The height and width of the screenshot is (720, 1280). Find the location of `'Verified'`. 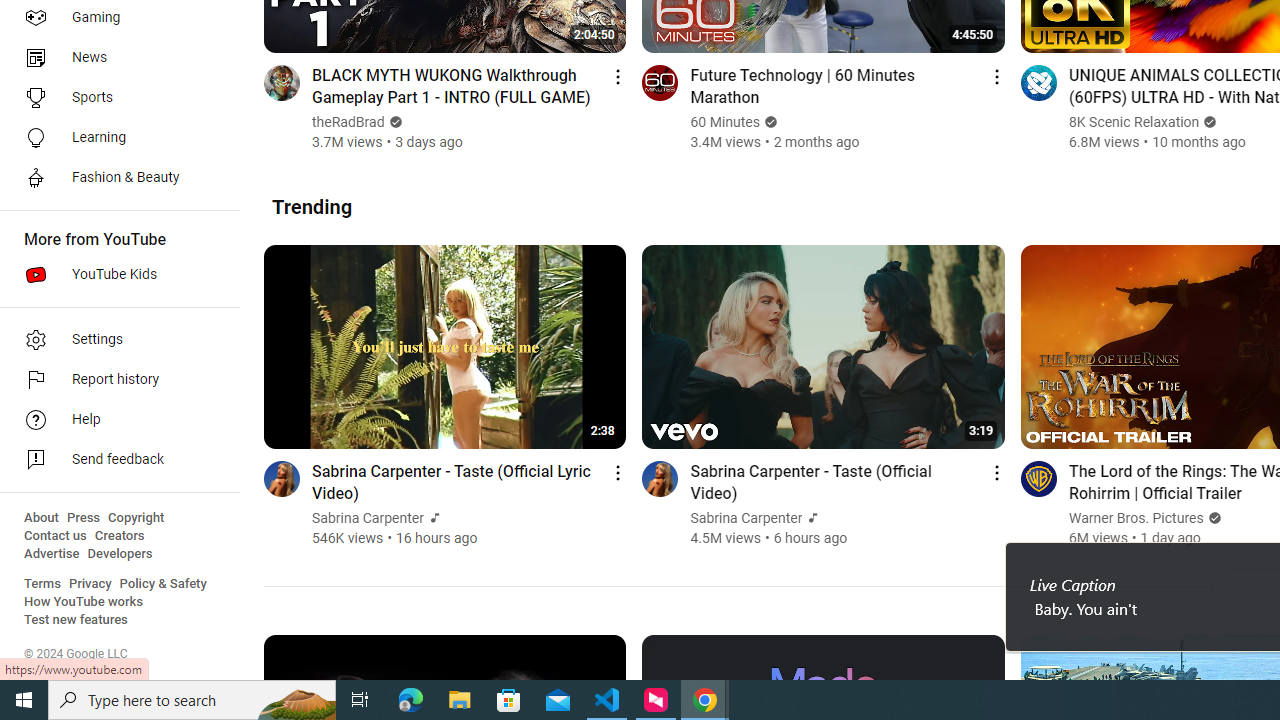

'Verified' is located at coordinates (1211, 517).